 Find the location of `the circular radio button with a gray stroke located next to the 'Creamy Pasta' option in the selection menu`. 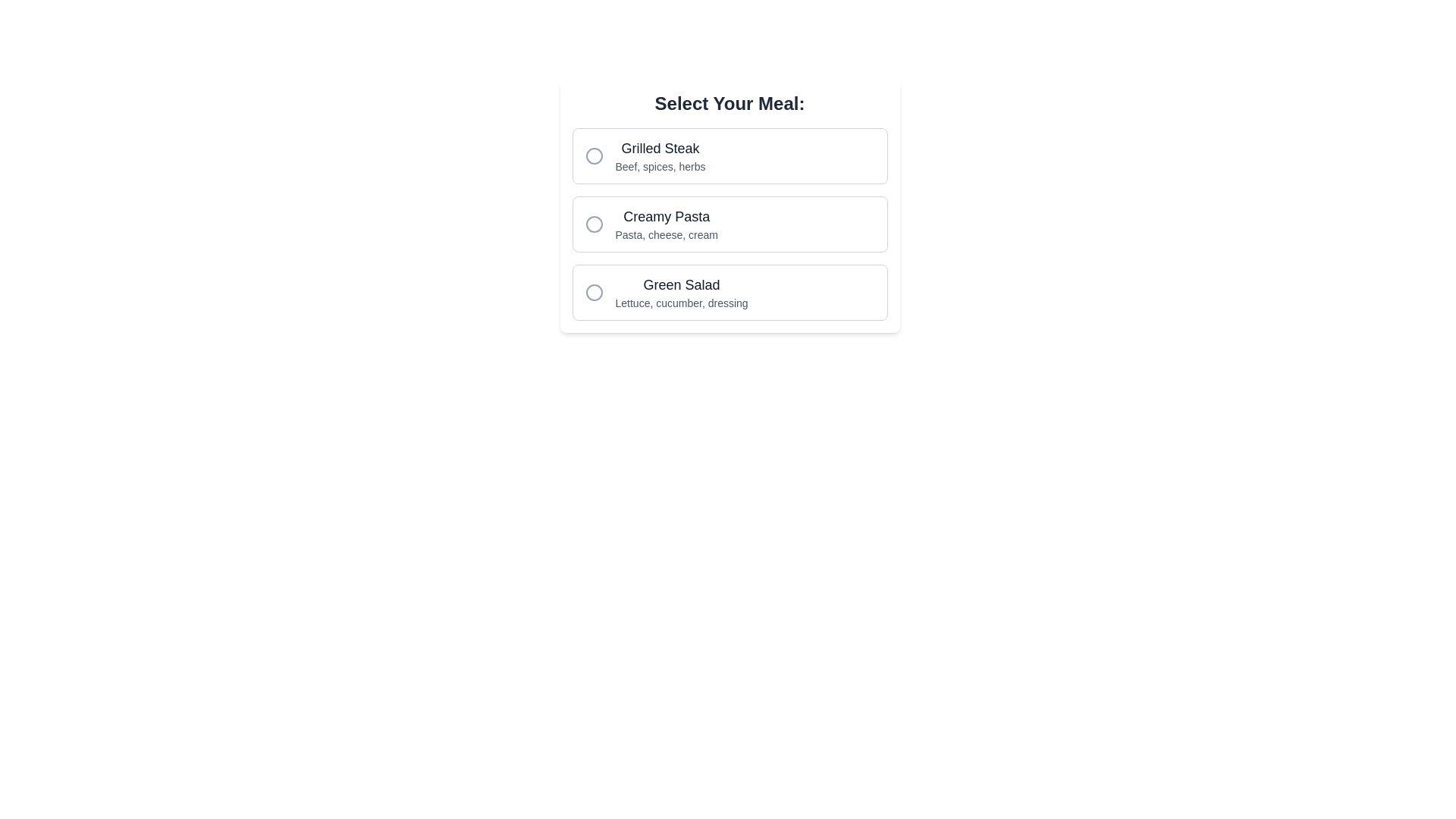

the circular radio button with a gray stroke located next to the 'Creamy Pasta' option in the selection menu is located at coordinates (593, 224).